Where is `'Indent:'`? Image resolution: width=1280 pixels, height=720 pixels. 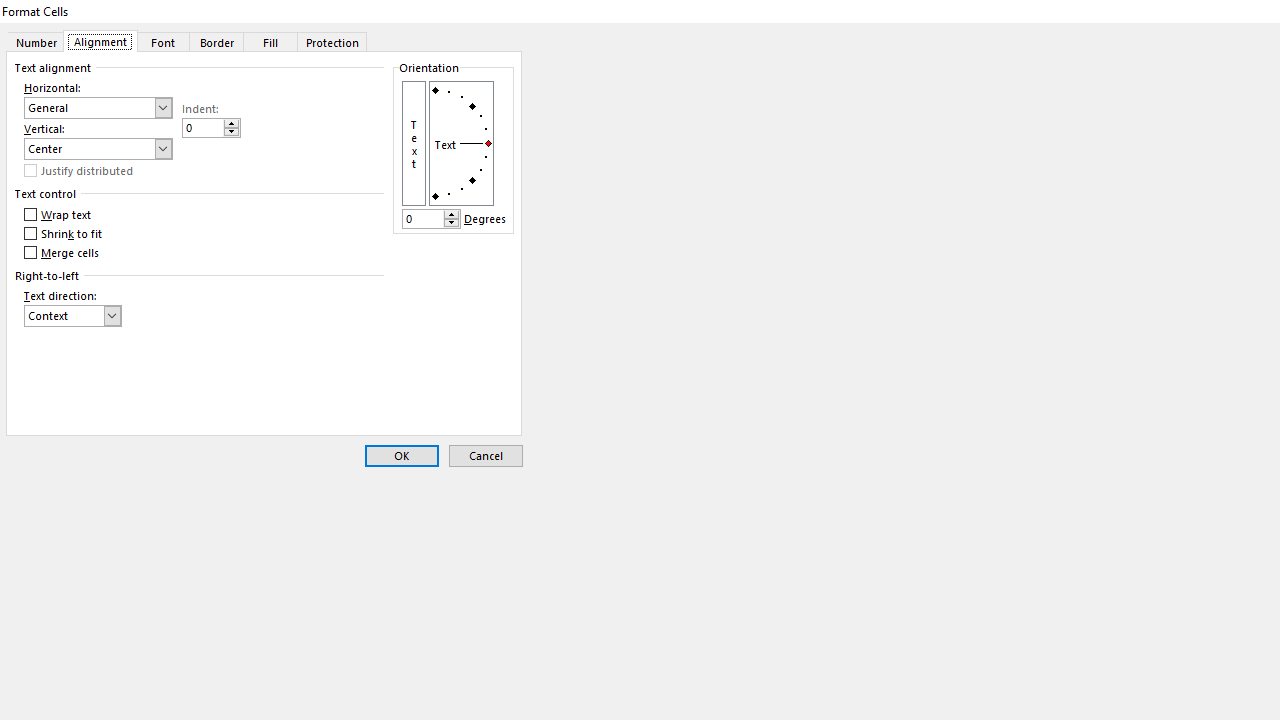 'Indent:' is located at coordinates (211, 128).